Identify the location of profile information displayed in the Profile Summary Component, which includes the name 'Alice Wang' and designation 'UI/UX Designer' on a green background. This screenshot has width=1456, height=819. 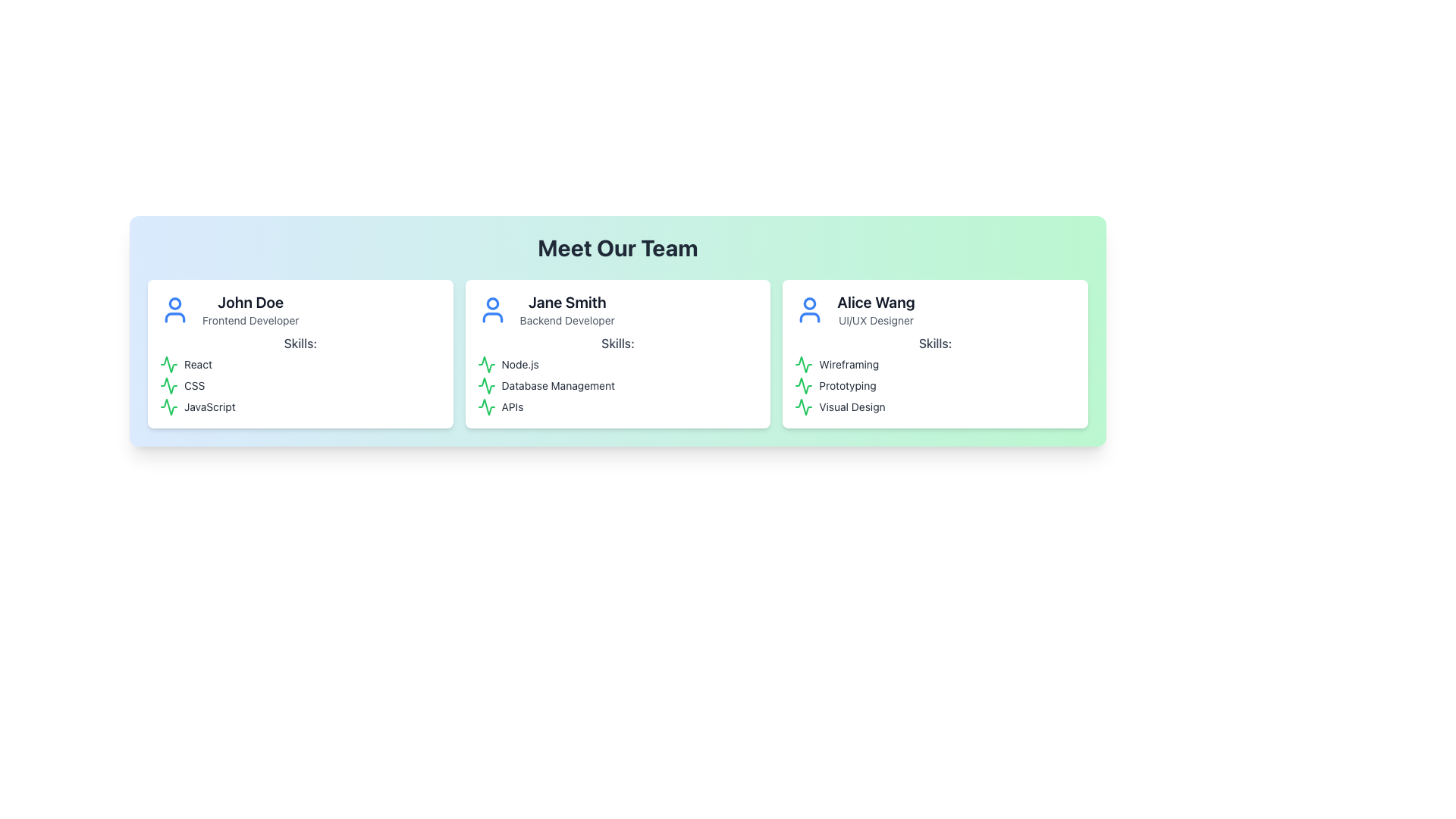
(934, 309).